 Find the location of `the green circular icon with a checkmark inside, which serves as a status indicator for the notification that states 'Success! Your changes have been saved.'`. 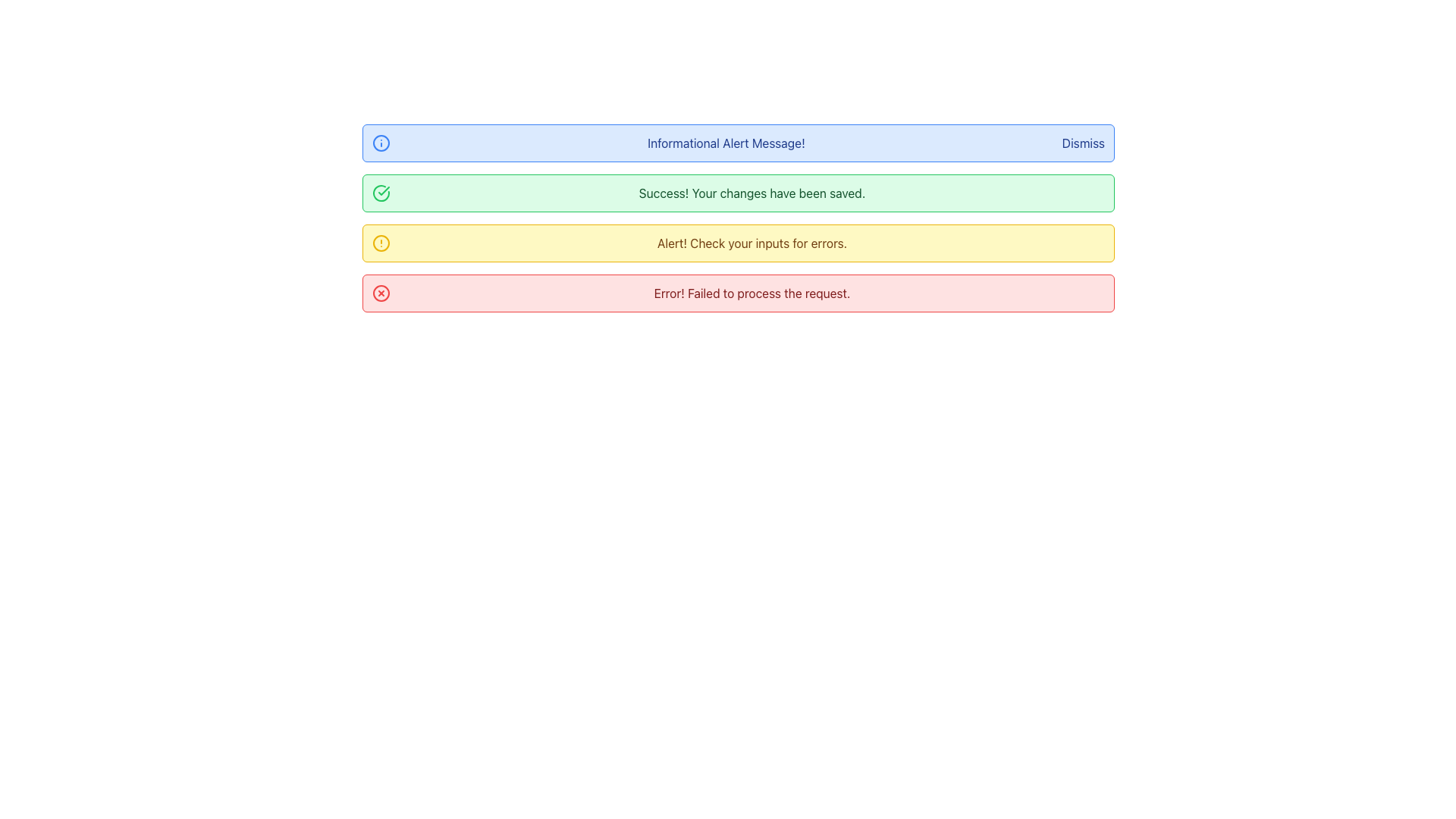

the green circular icon with a checkmark inside, which serves as a status indicator for the notification that states 'Success! Your changes have been saved.' is located at coordinates (381, 192).